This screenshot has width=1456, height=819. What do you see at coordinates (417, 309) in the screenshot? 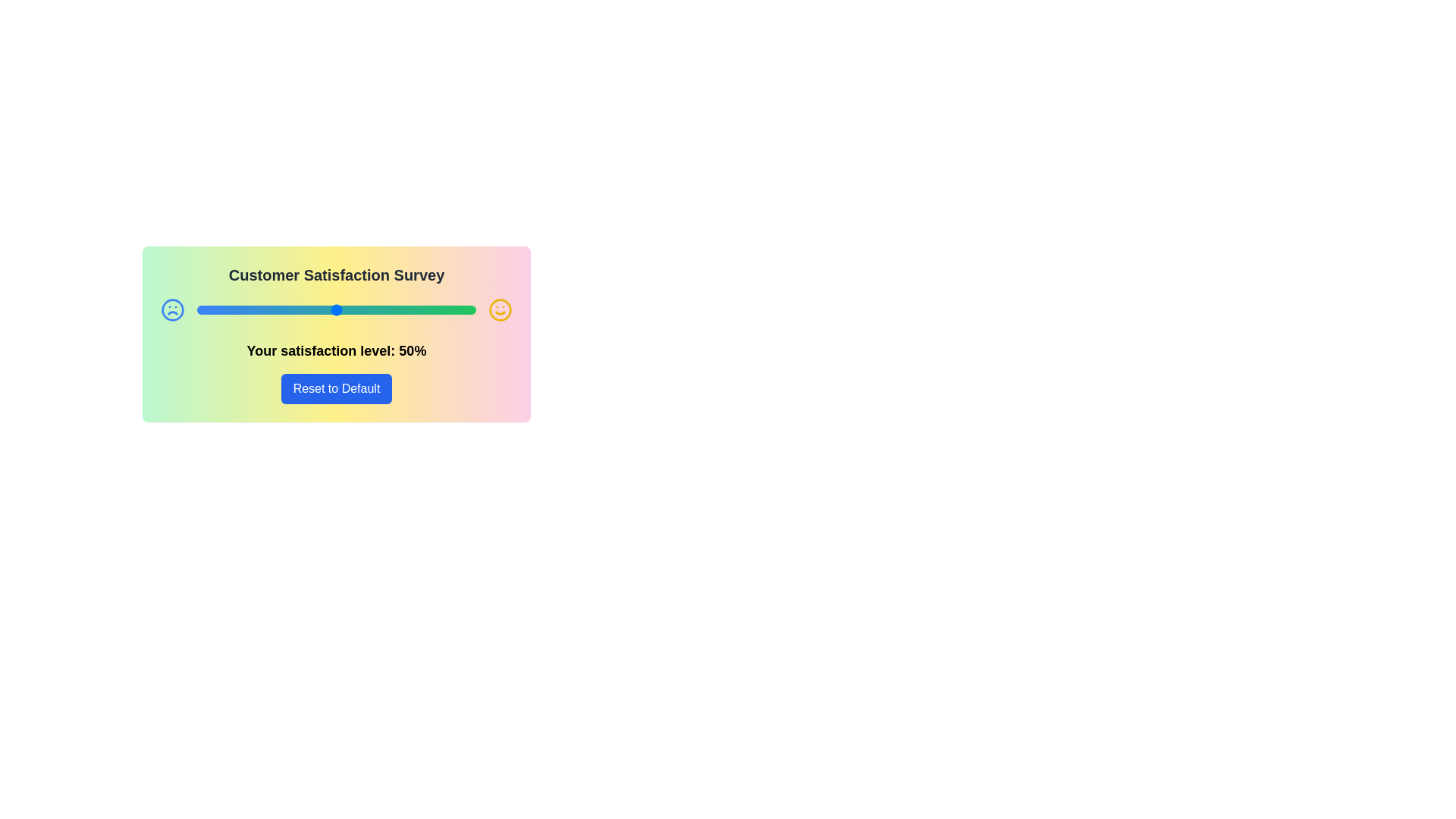
I see `the satisfaction slider to set the satisfaction level to 79` at bounding box center [417, 309].